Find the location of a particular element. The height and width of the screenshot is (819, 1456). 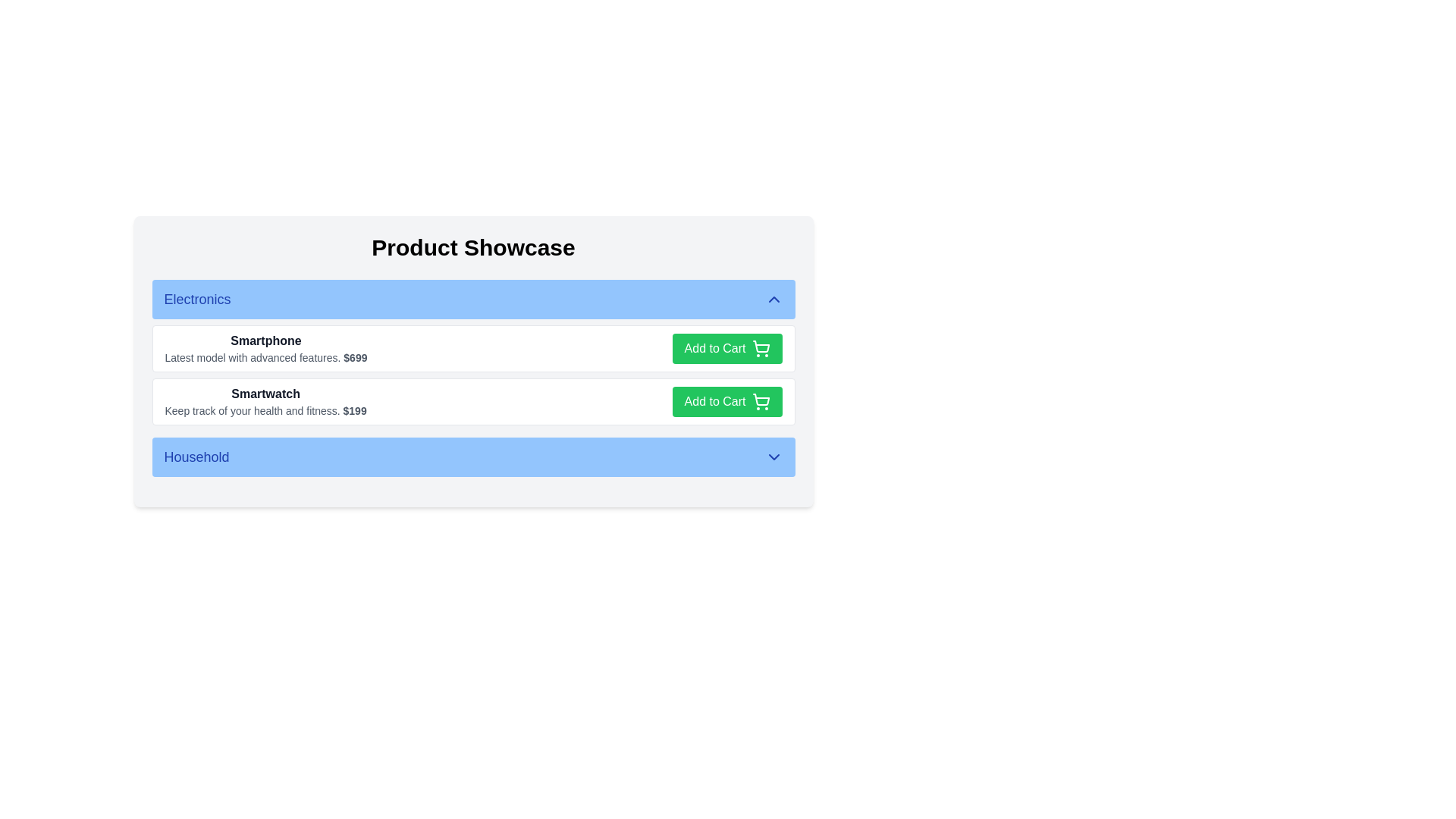

the shopping cart icon which is used for adding items to the cart, located near the 'Add to Cart' button for the second product in the Electronics section is located at coordinates (761, 399).